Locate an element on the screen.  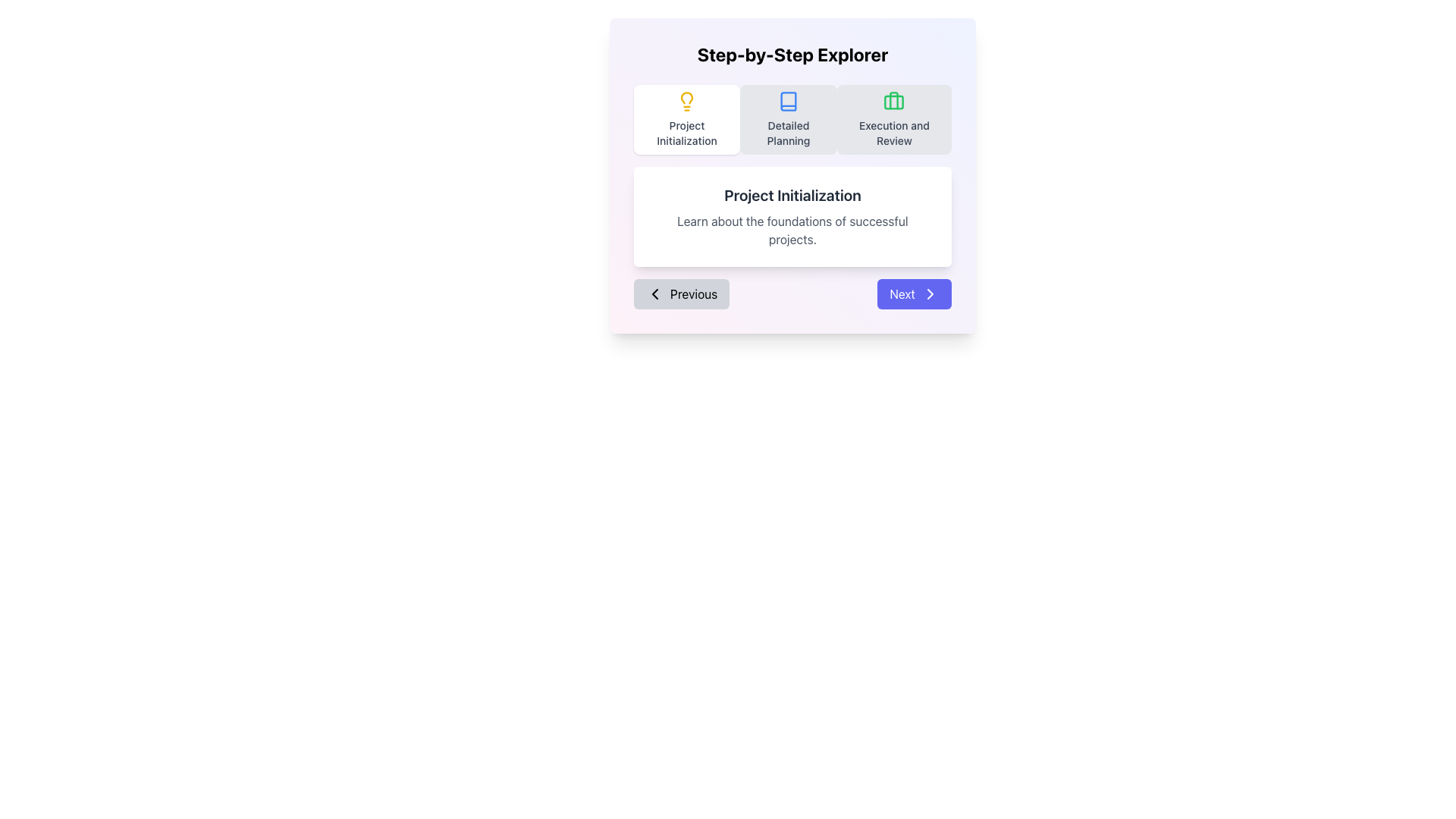
the gray 'Previous' button with rounded corners, which is located at the bottom left of the panel is located at coordinates (681, 294).